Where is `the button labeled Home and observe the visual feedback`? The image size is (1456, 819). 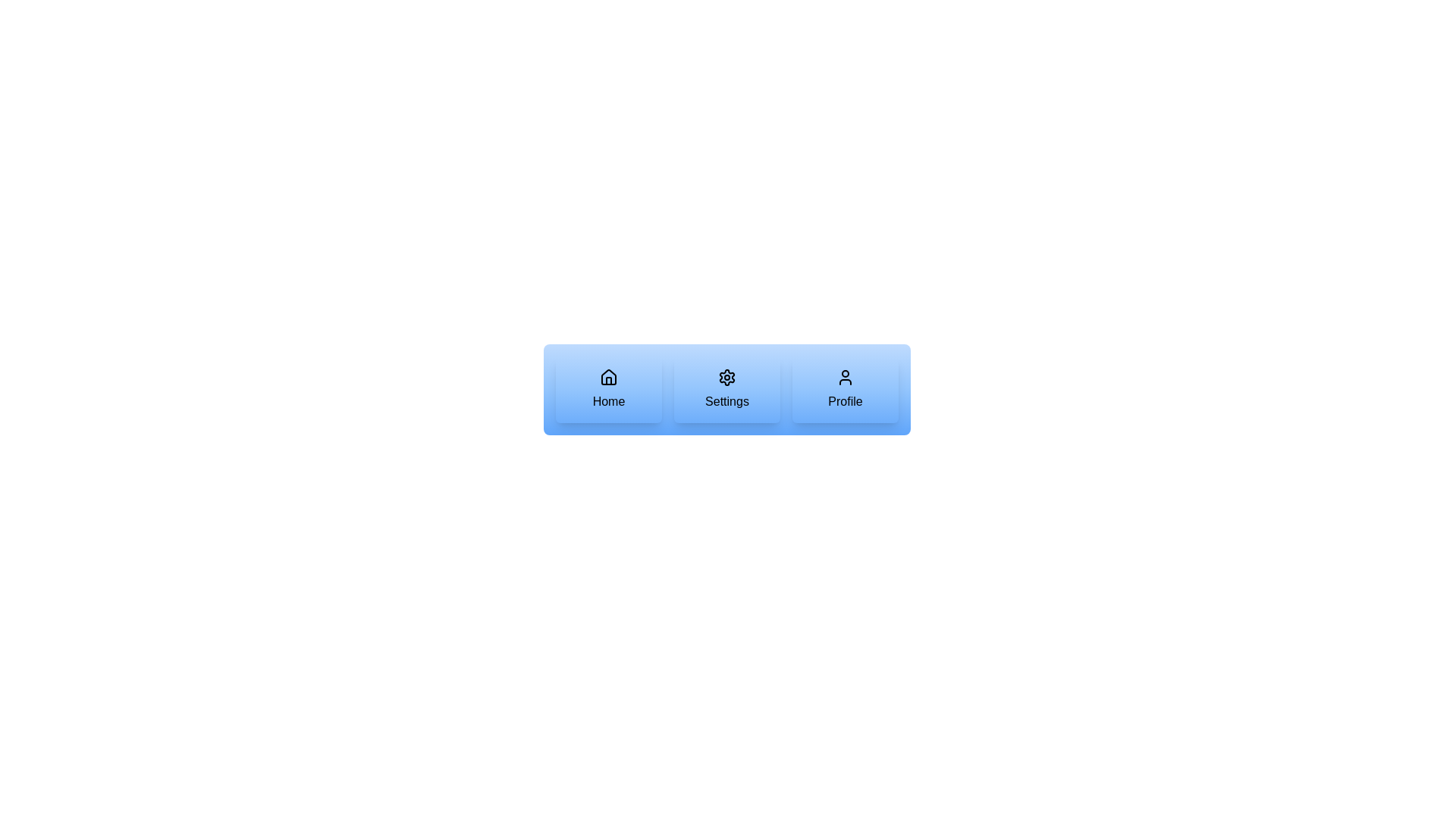
the button labeled Home and observe the visual feedback is located at coordinates (608, 388).